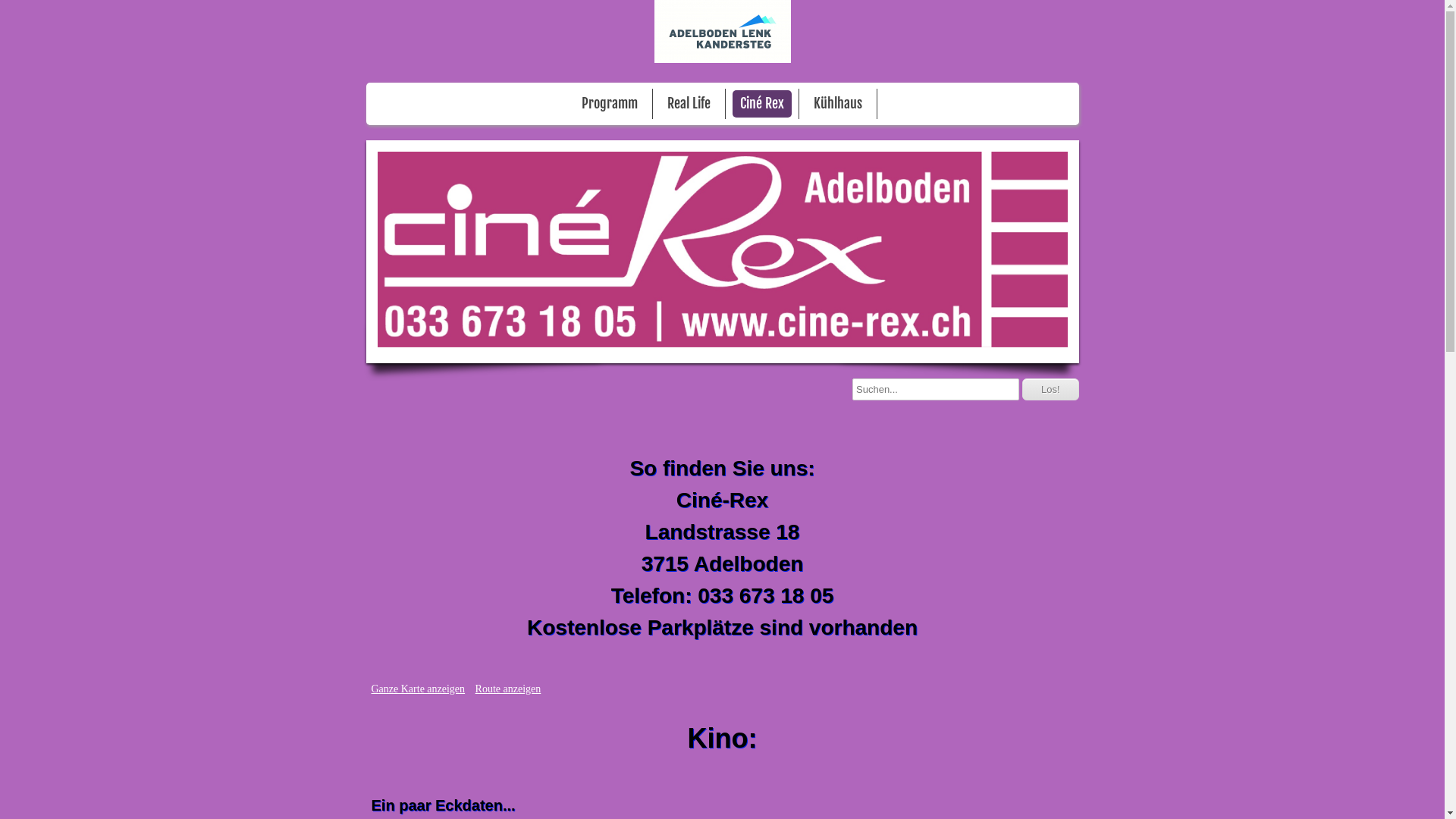 The image size is (1456, 819). I want to click on 'Los!', so click(1050, 388).